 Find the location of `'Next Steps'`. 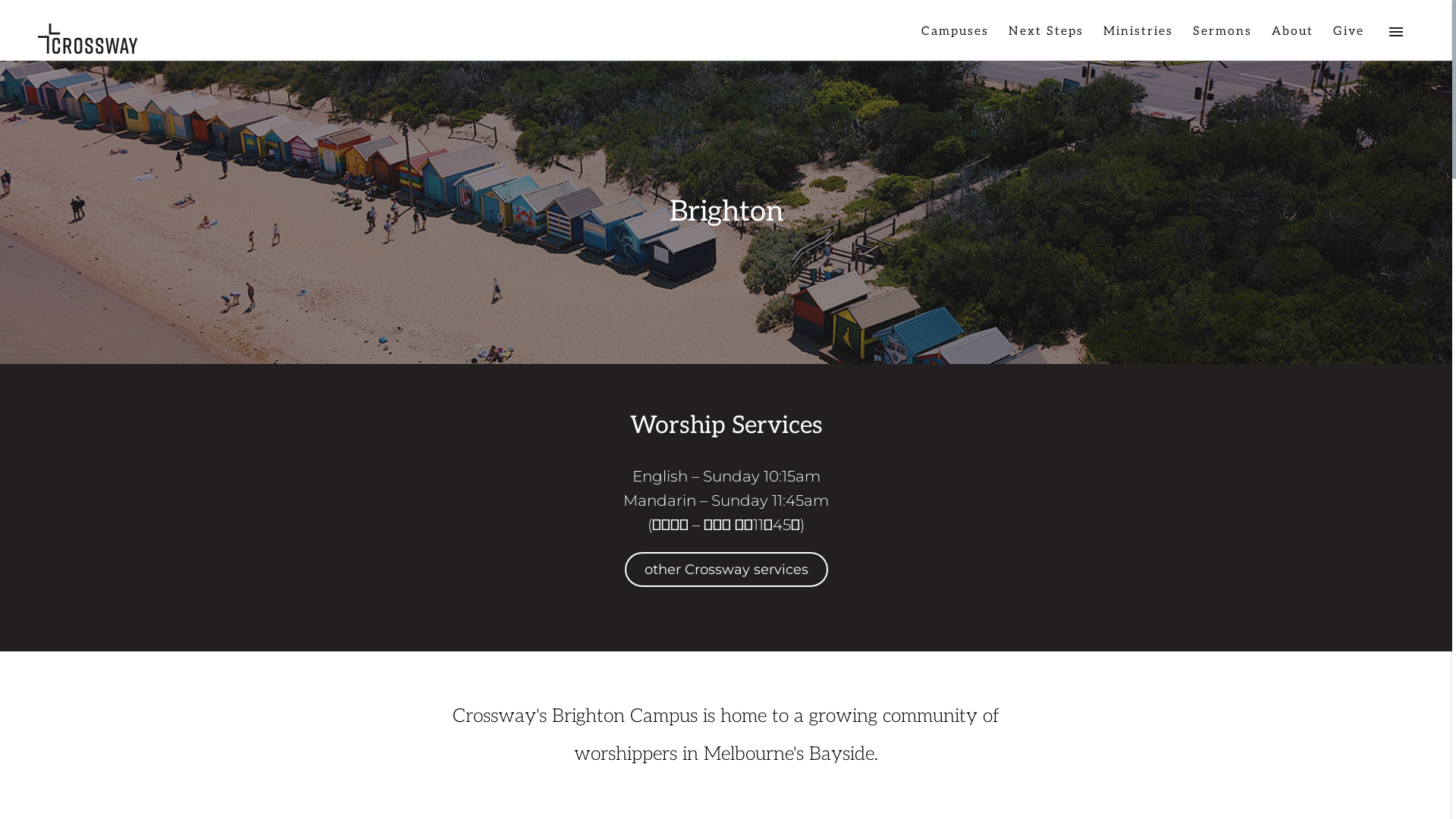

'Next Steps' is located at coordinates (1045, 37).